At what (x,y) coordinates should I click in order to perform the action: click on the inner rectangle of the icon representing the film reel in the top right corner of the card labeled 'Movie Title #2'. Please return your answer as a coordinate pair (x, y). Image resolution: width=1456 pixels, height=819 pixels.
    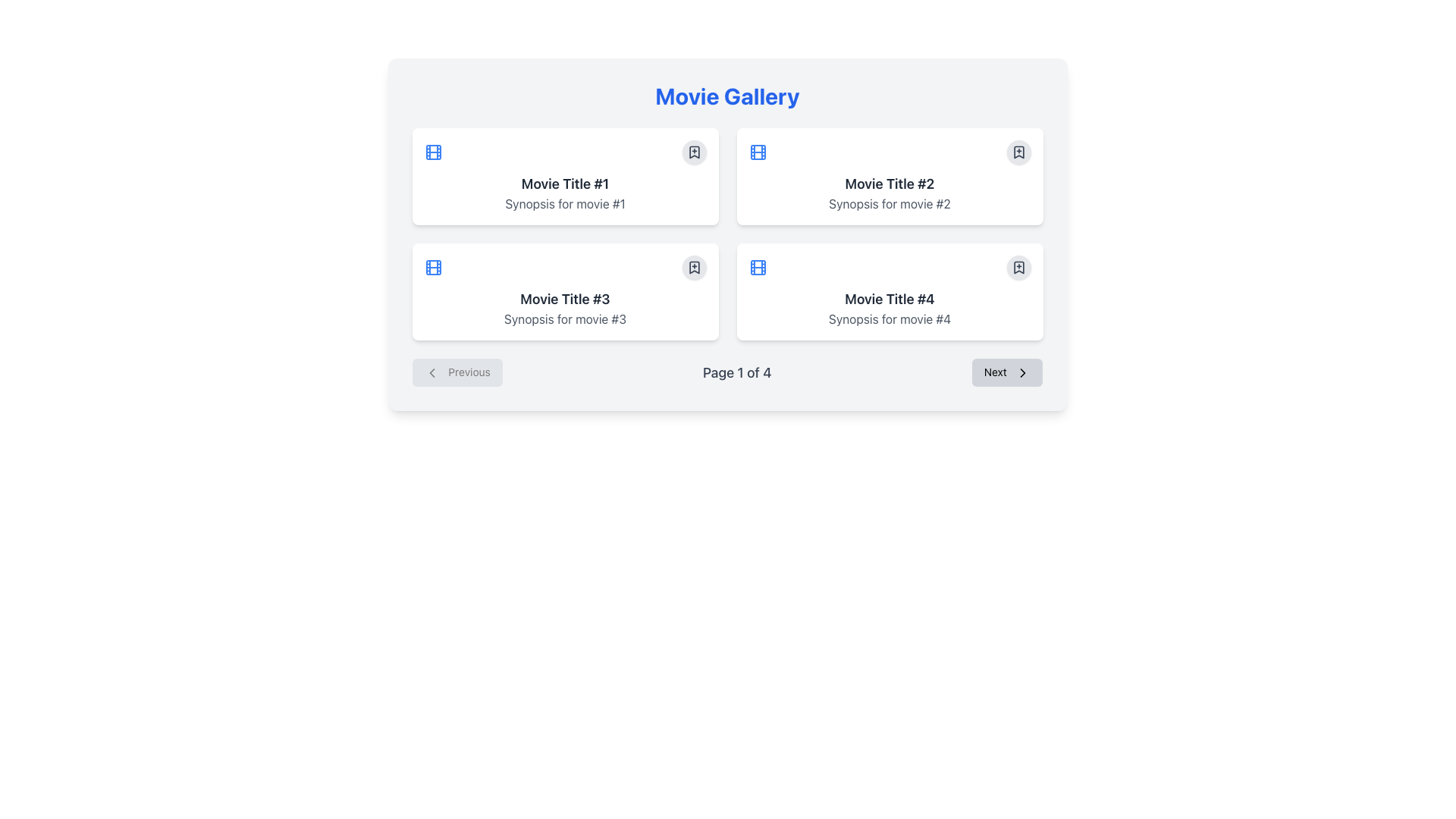
    Looking at the image, I should click on (758, 152).